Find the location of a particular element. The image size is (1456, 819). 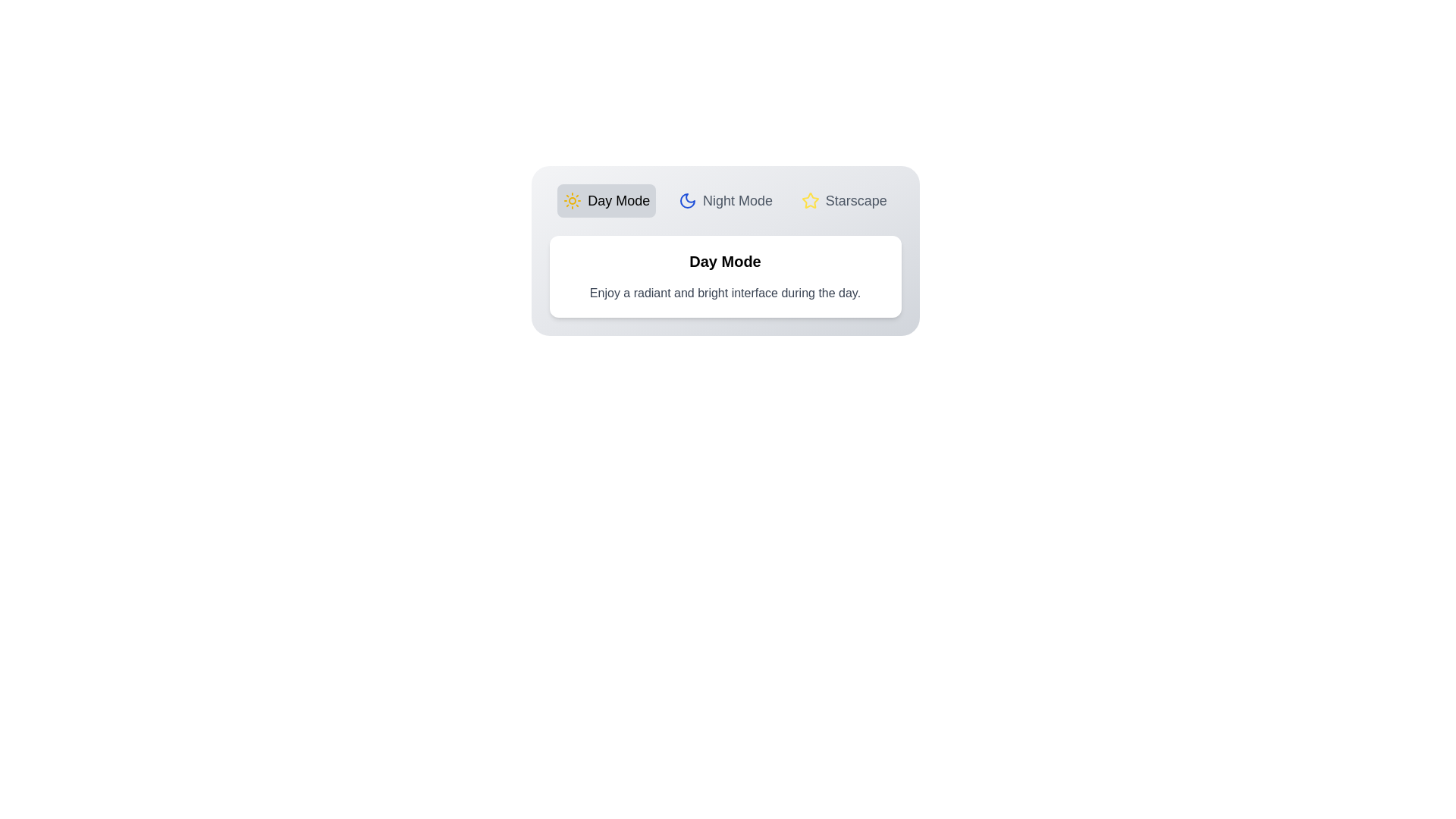

the tab labeled Night Mode to observe its hover effect is located at coordinates (724, 200).